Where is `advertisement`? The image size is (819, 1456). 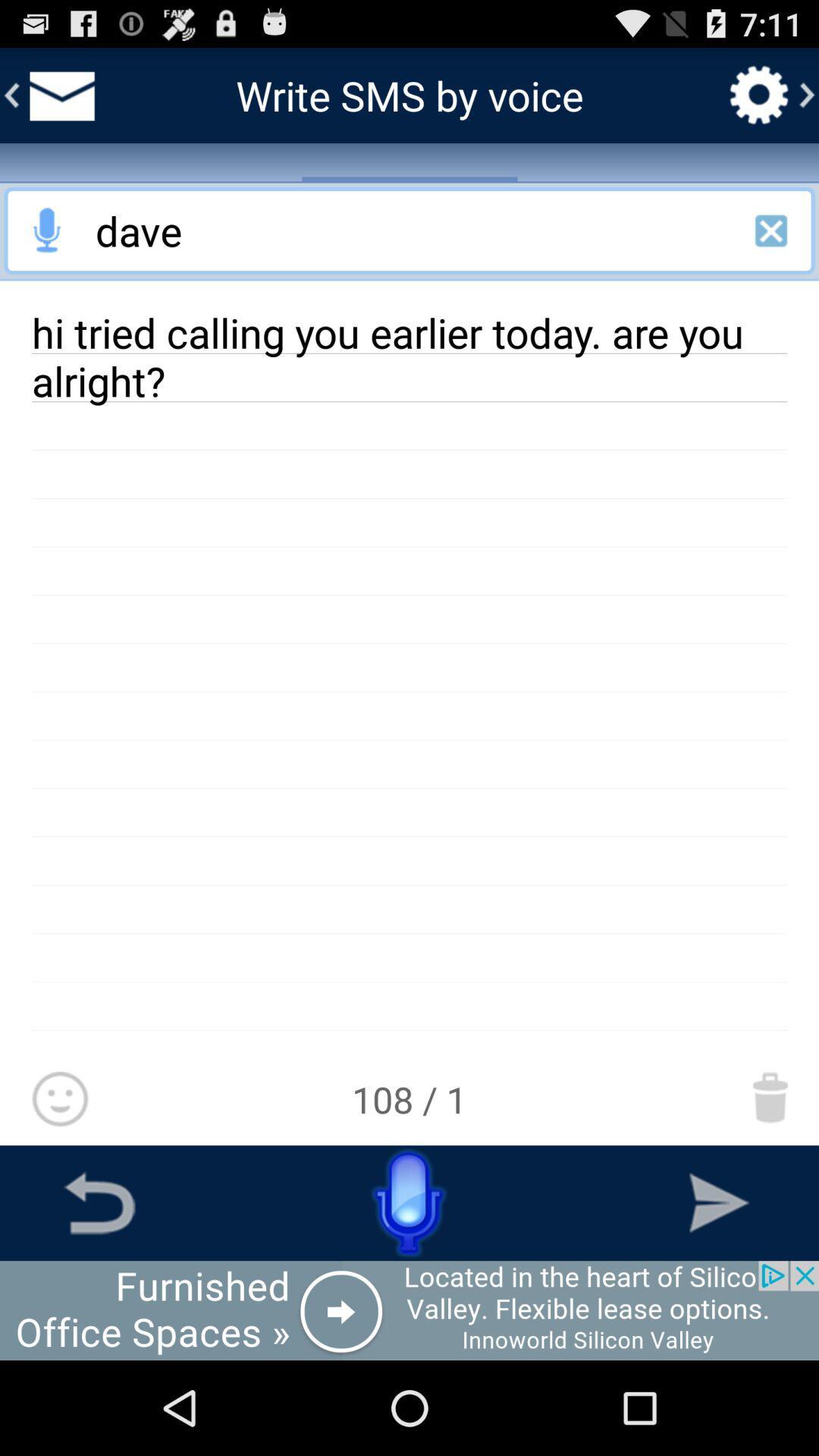
advertisement is located at coordinates (46, 230).